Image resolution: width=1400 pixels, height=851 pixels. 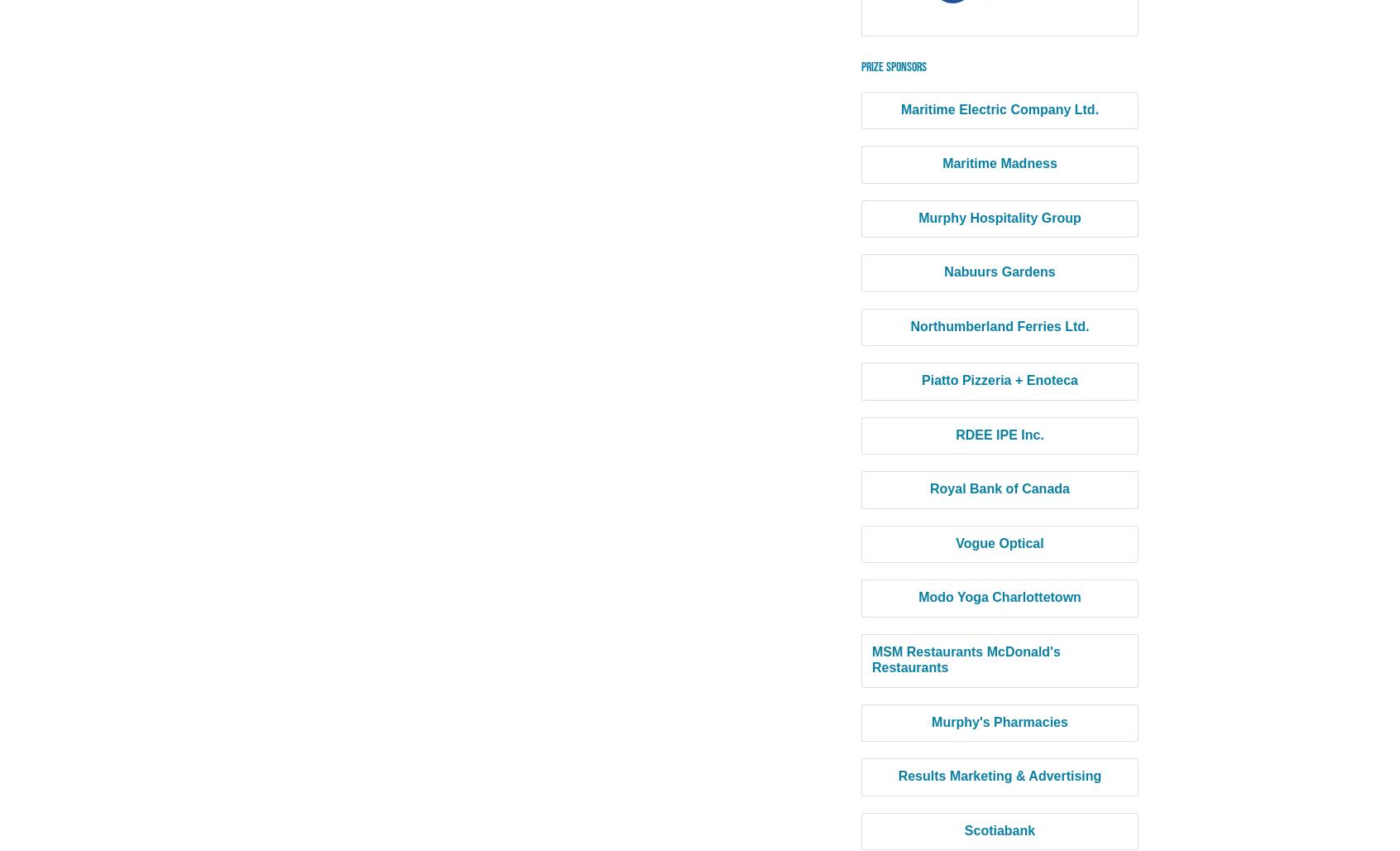 What do you see at coordinates (999, 217) in the screenshot?
I see `'Murphy Hospitality Group'` at bounding box center [999, 217].